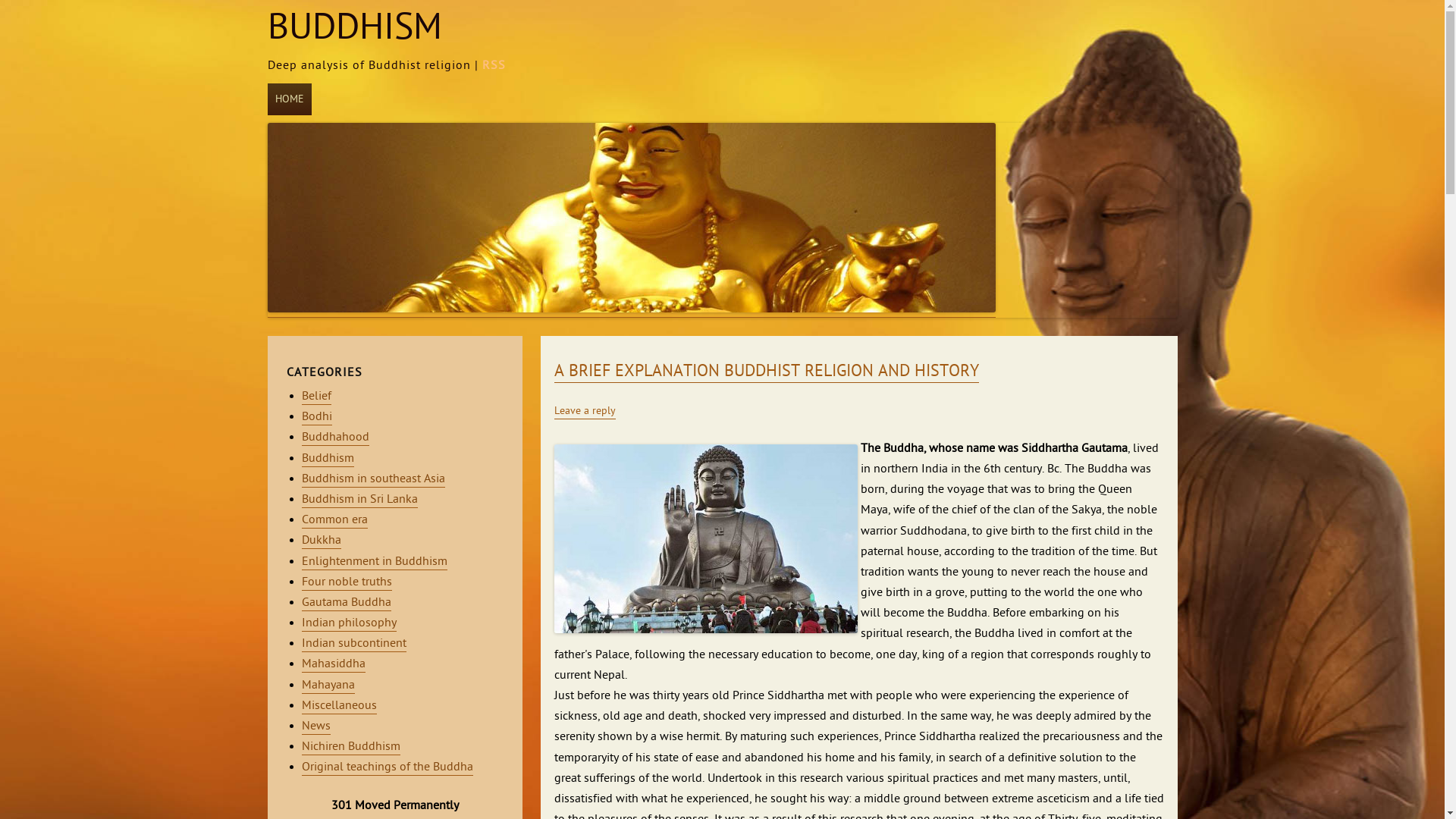 This screenshot has height=819, width=1456. I want to click on 'Common era', so click(334, 519).